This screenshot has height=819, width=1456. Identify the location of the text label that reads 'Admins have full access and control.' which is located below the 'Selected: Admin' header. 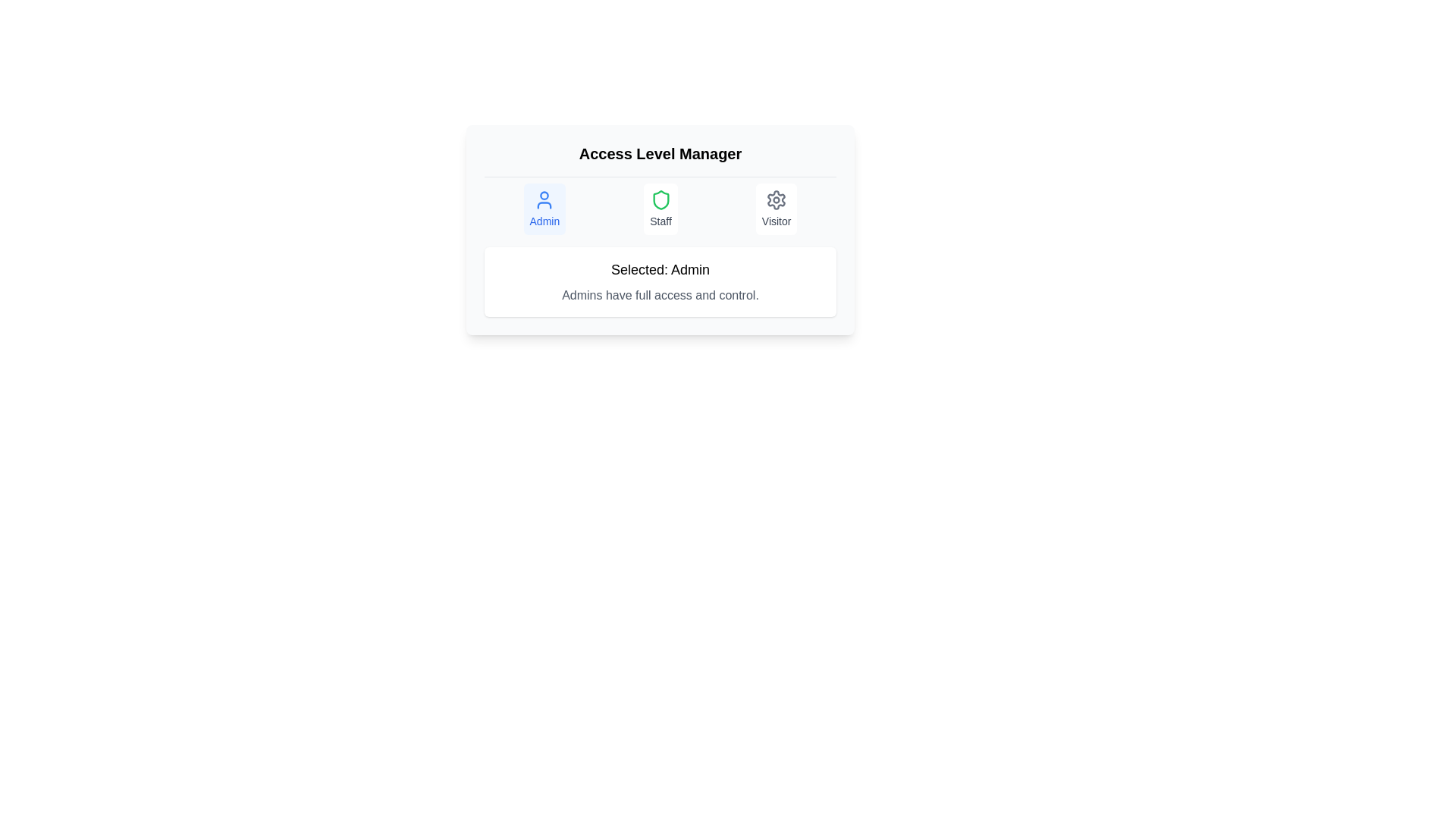
(660, 295).